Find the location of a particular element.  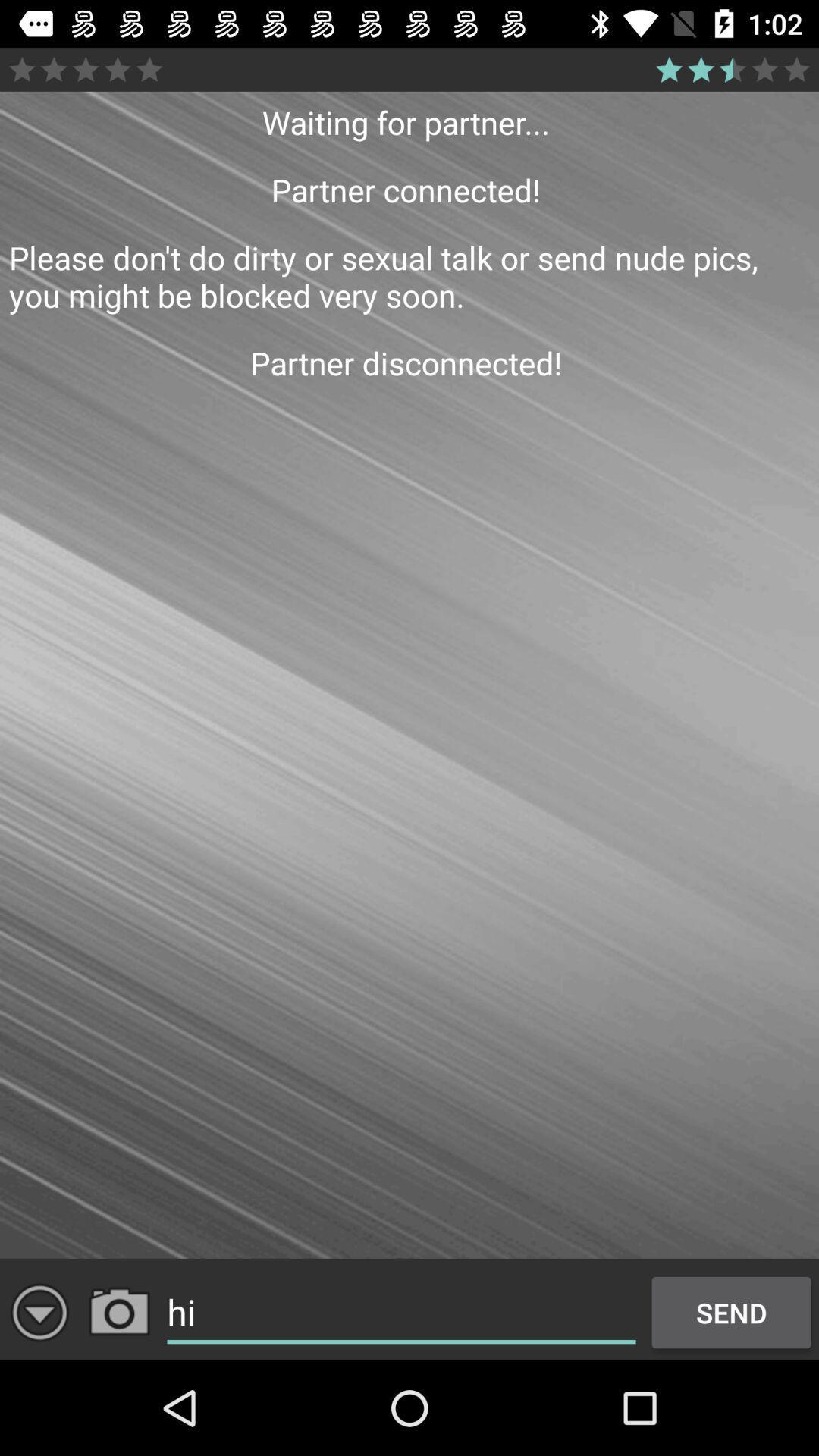

cemara is located at coordinates (118, 1312).